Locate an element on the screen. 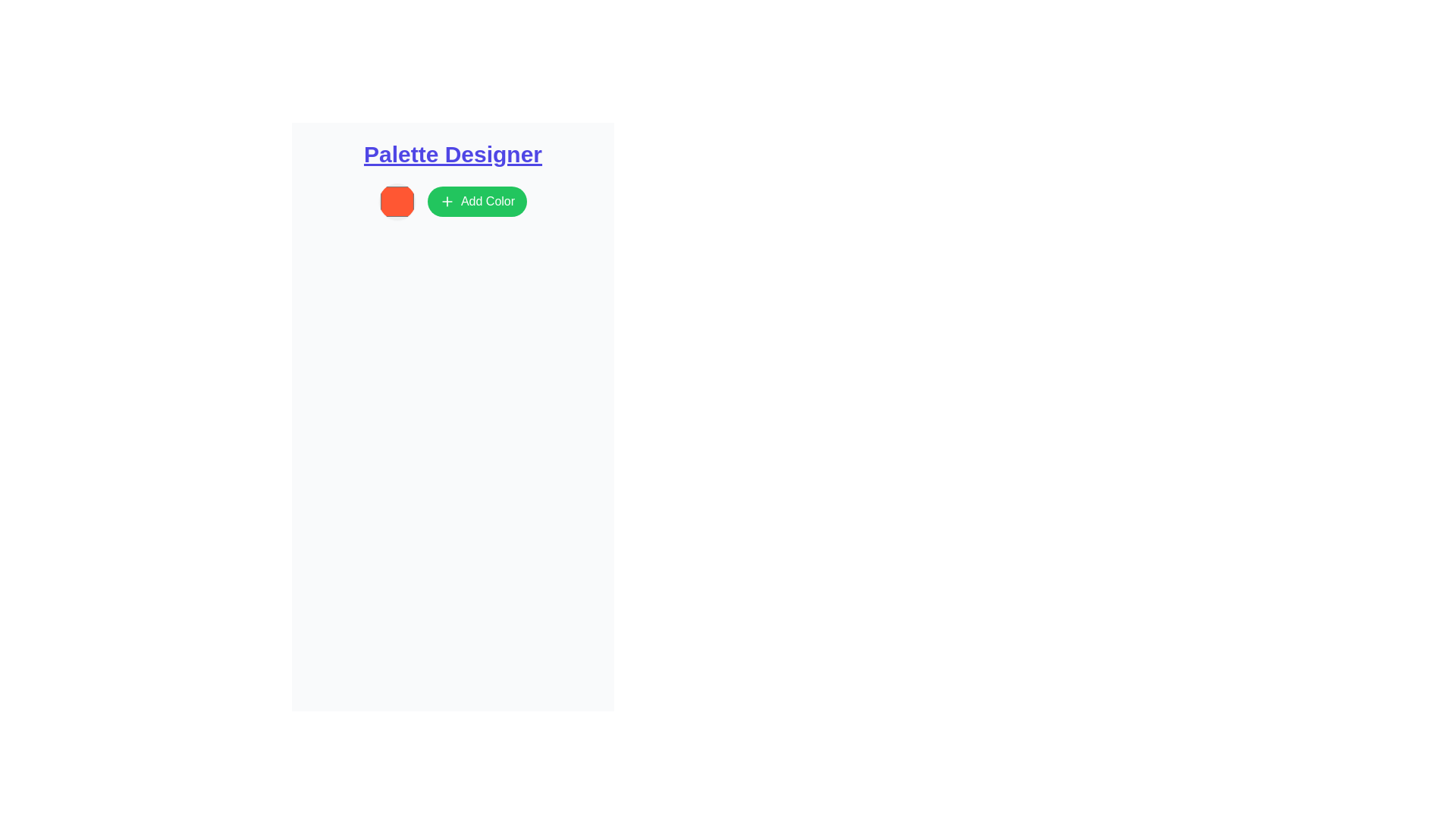 This screenshot has height=819, width=1456. the 'Add Color' green button with rounded corners is located at coordinates (452, 201).